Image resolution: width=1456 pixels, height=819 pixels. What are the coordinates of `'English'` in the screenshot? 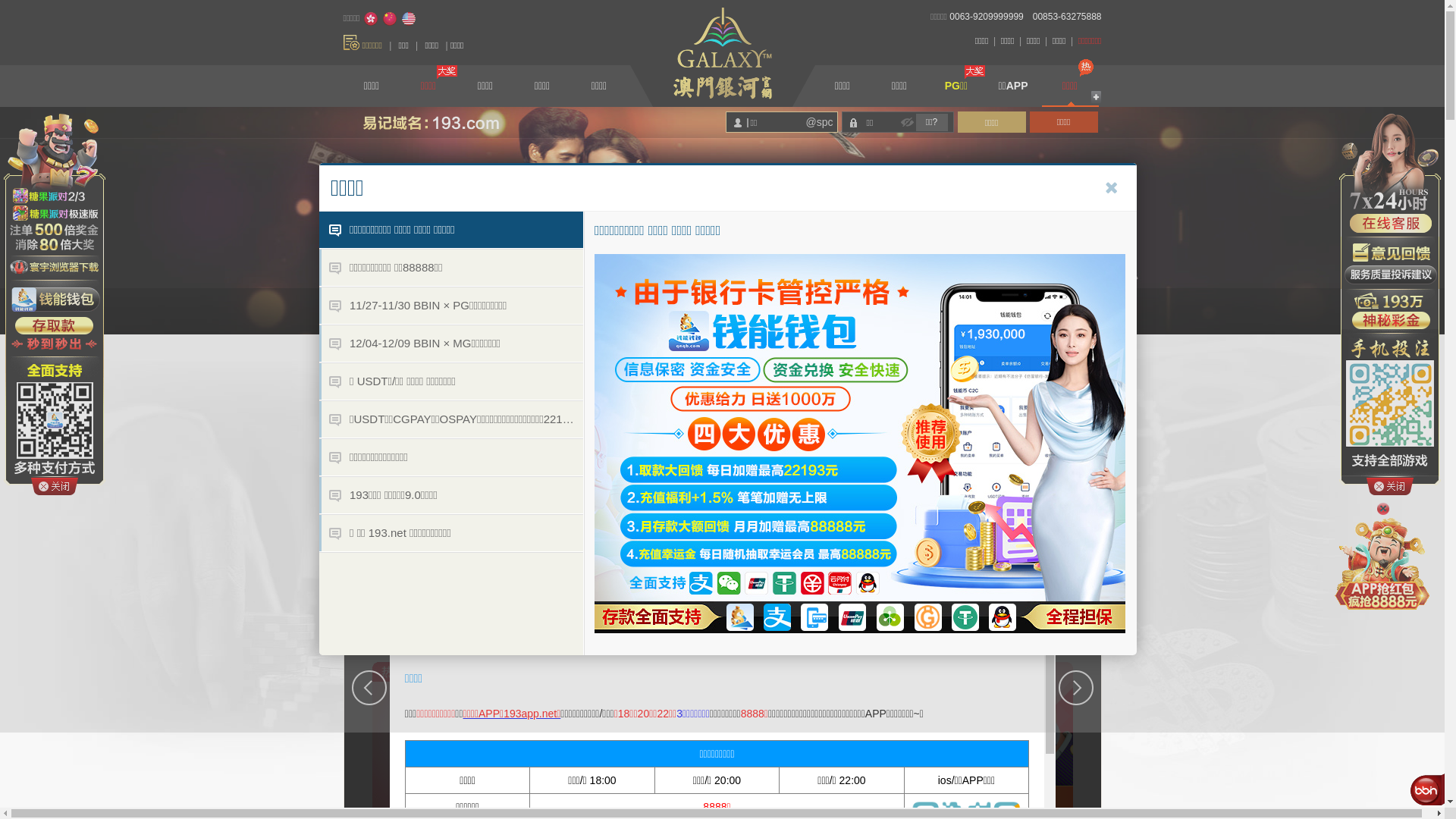 It's located at (400, 18).